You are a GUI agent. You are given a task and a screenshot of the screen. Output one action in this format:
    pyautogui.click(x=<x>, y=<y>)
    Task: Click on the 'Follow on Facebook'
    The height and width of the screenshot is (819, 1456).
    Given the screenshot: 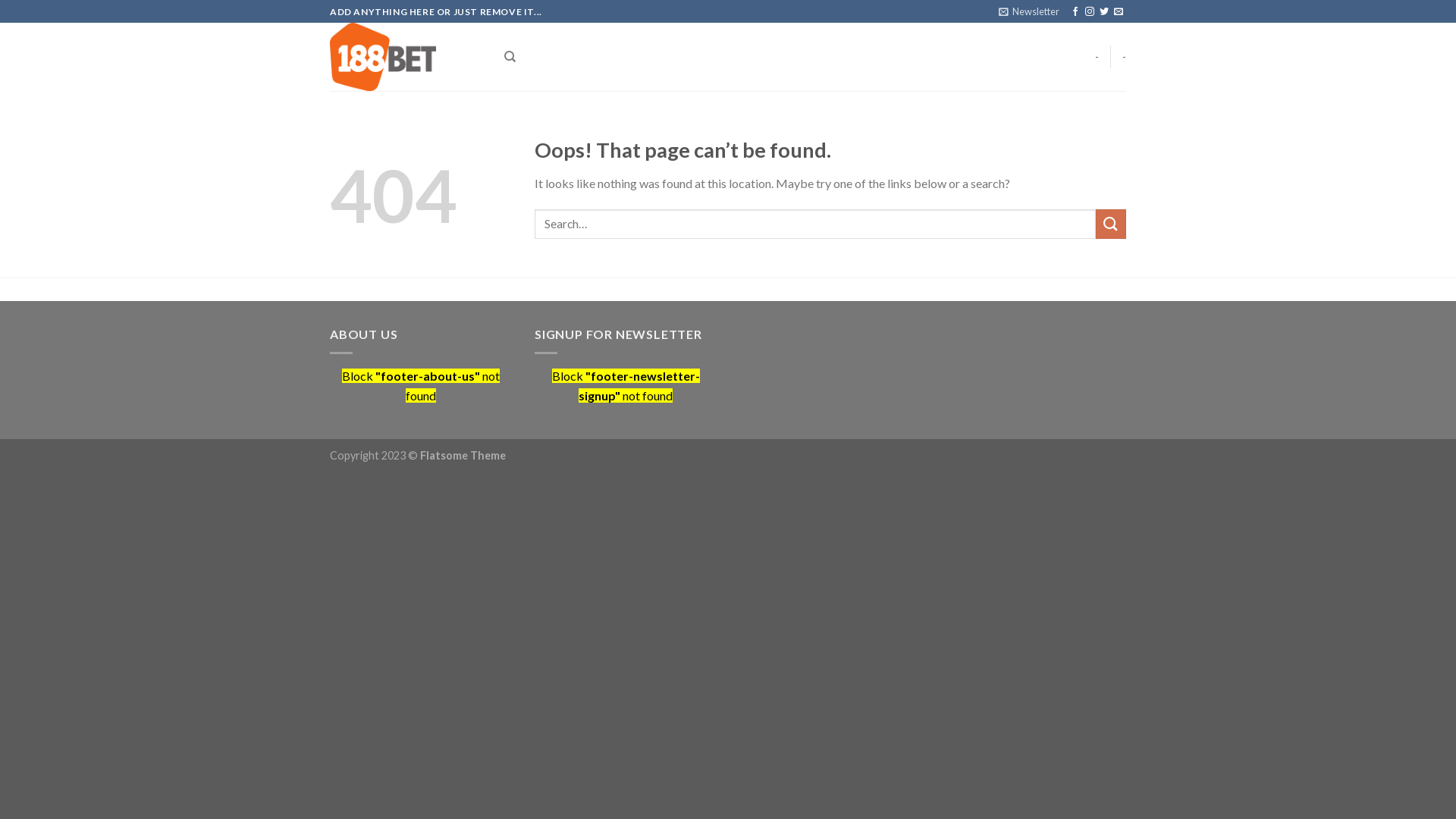 What is the action you would take?
    pyautogui.click(x=1074, y=11)
    